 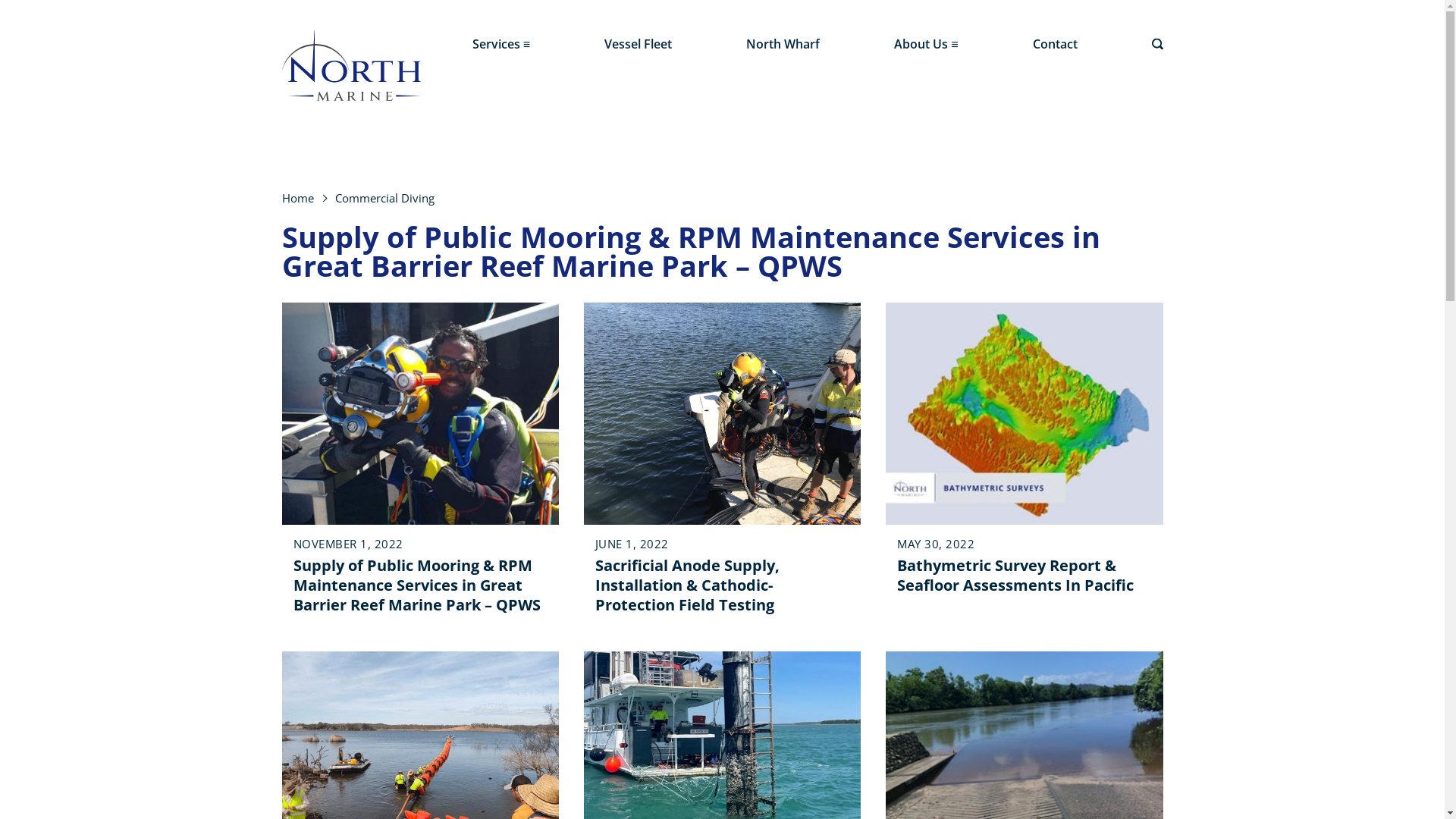 What do you see at coordinates (1053, 42) in the screenshot?
I see `'Contact'` at bounding box center [1053, 42].